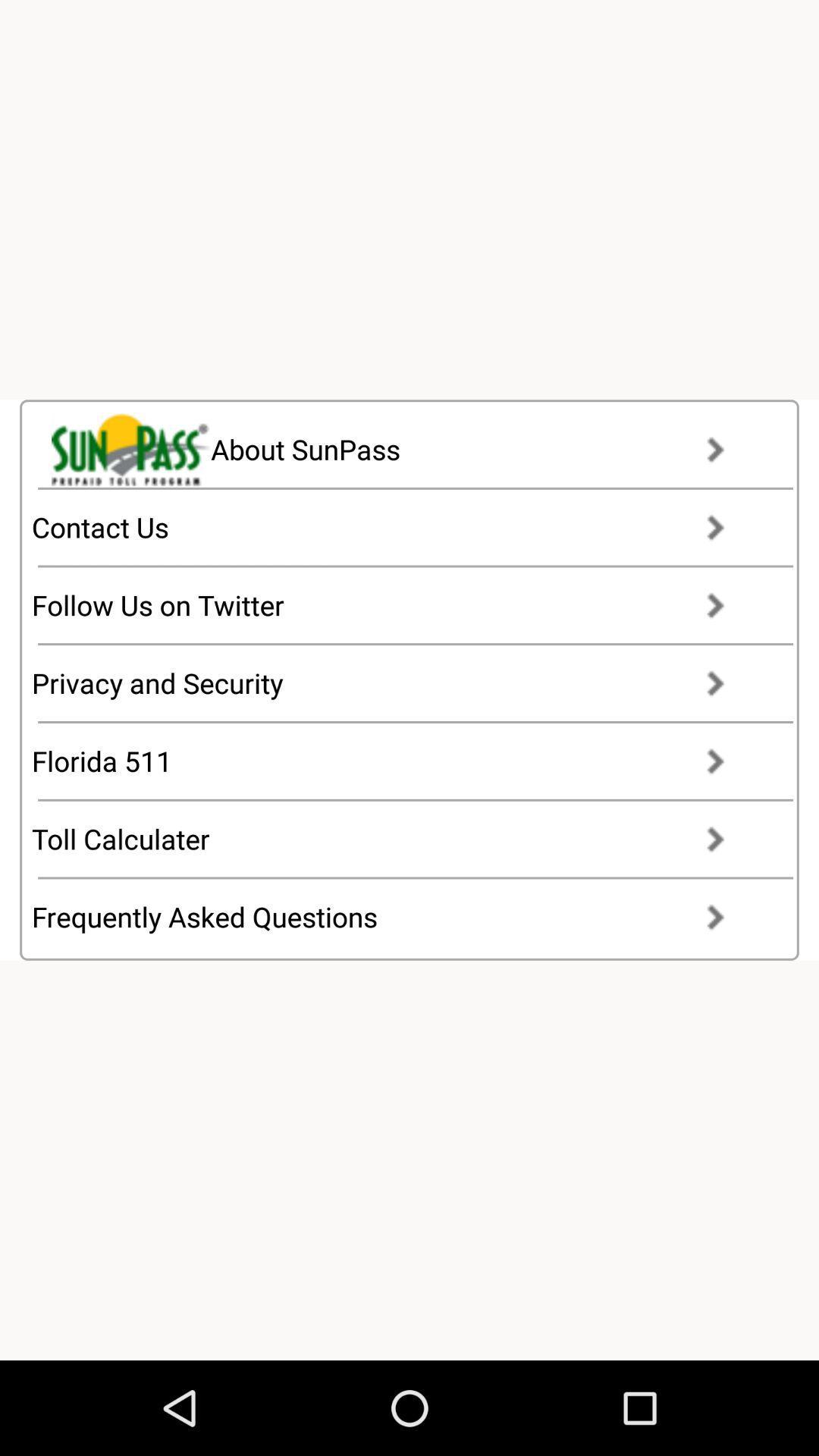  Describe the element at coordinates (391, 682) in the screenshot. I see `the privacy and security button` at that location.